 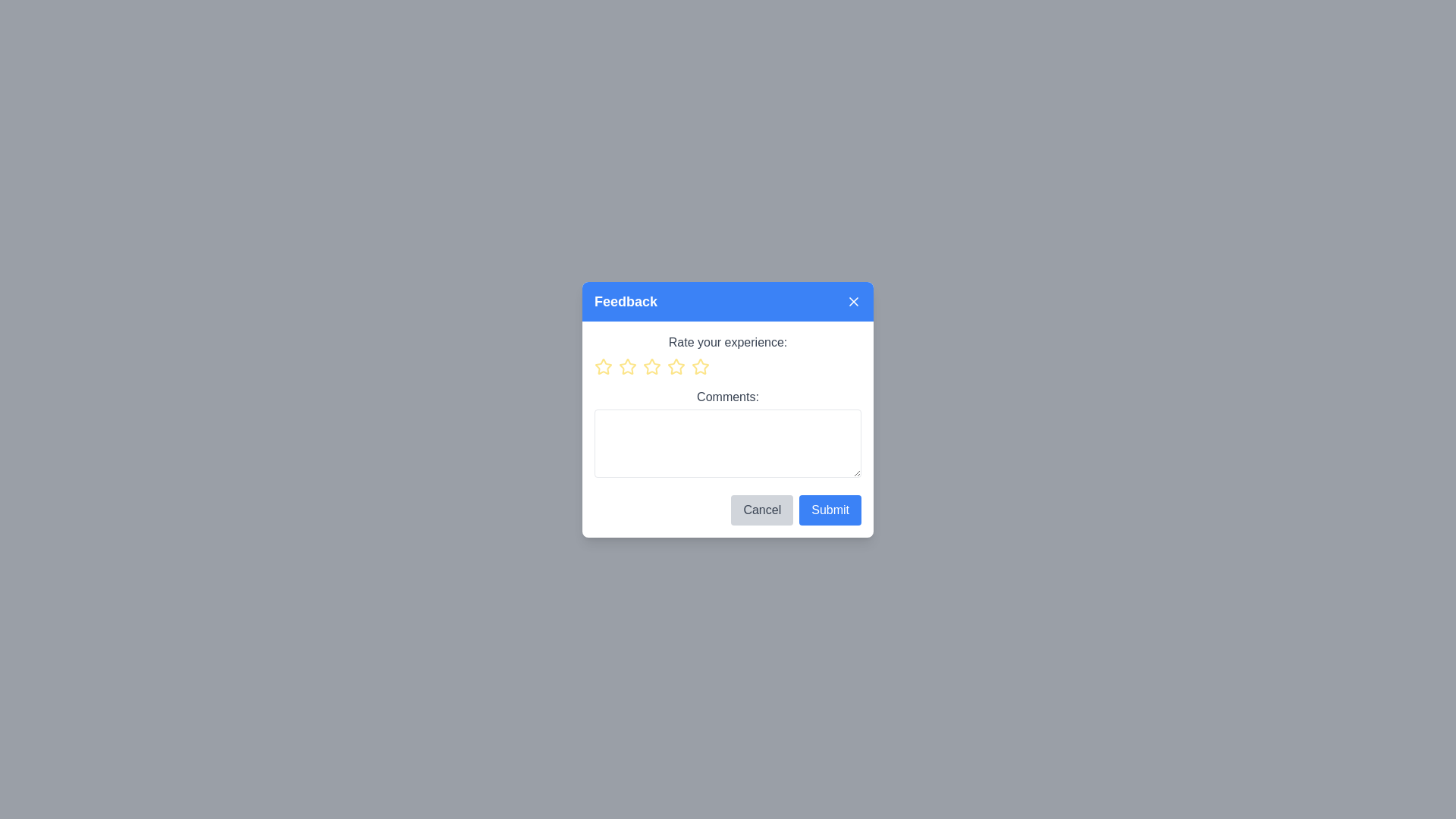 I want to click on the 'Cancel' button, so click(x=762, y=510).